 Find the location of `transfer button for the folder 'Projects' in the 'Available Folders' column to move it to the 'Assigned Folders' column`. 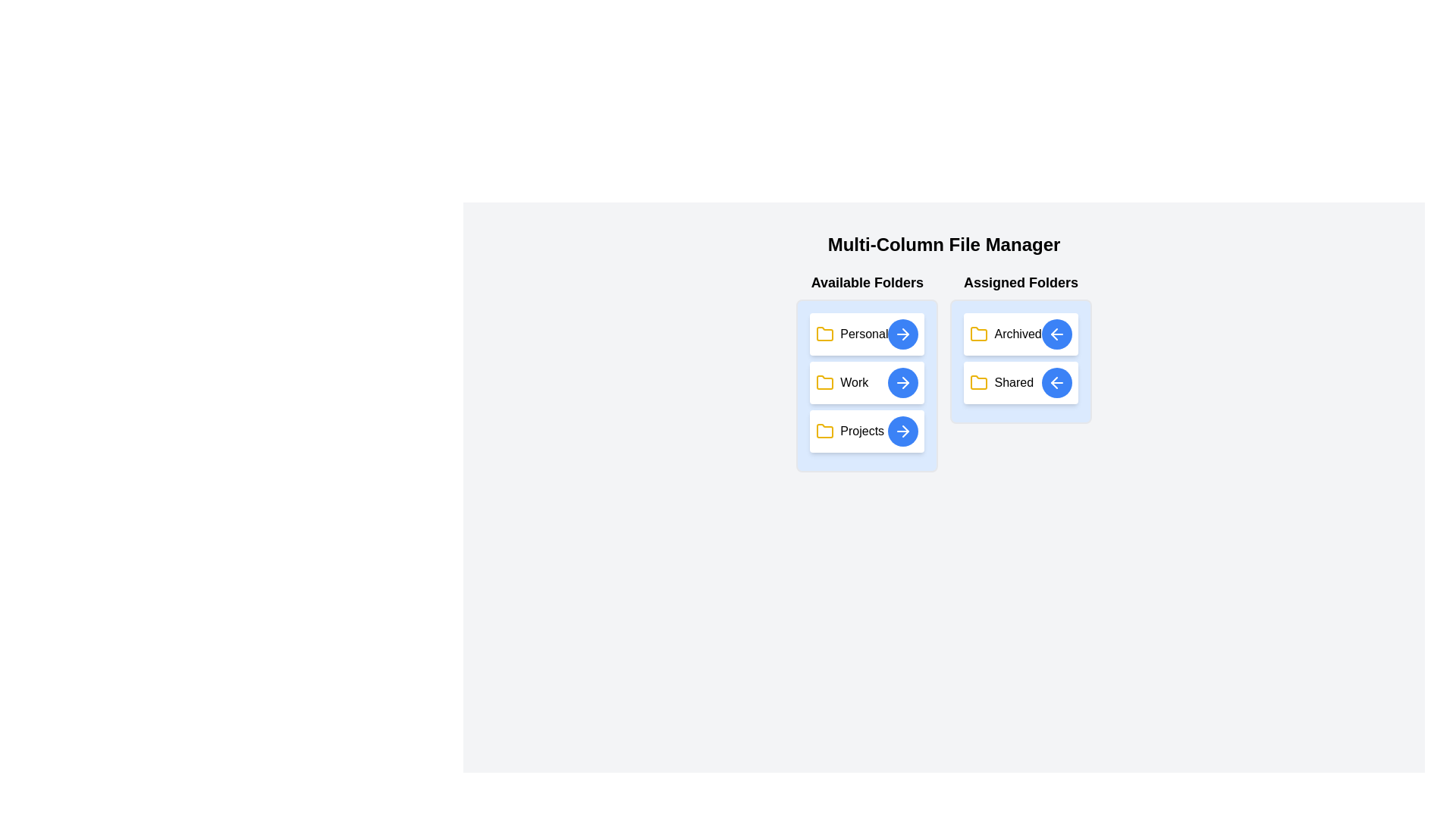

transfer button for the folder 'Projects' in the 'Available Folders' column to move it to the 'Assigned Folders' column is located at coordinates (903, 431).